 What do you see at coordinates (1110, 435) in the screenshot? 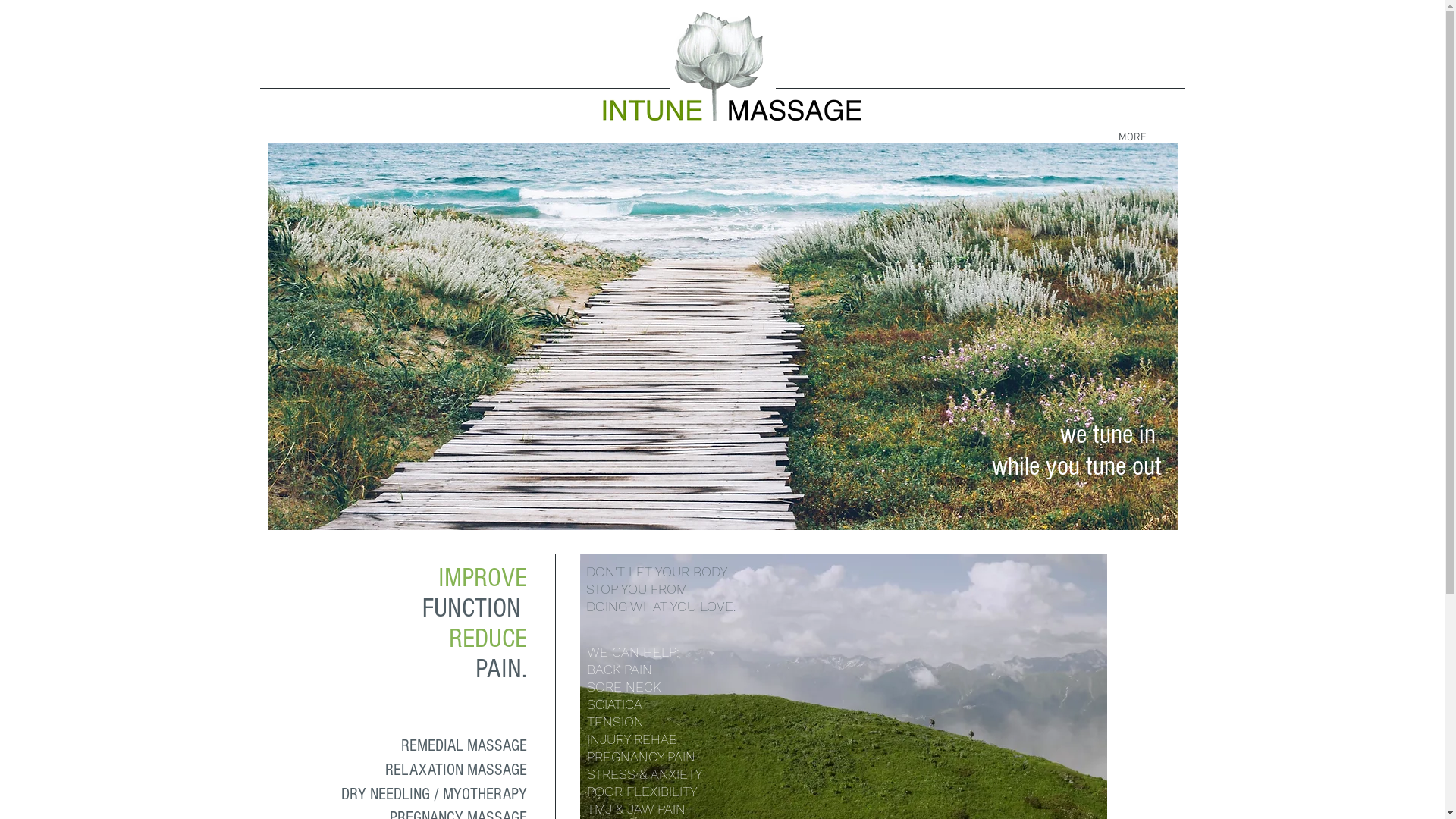
I see `'we tune in '` at bounding box center [1110, 435].